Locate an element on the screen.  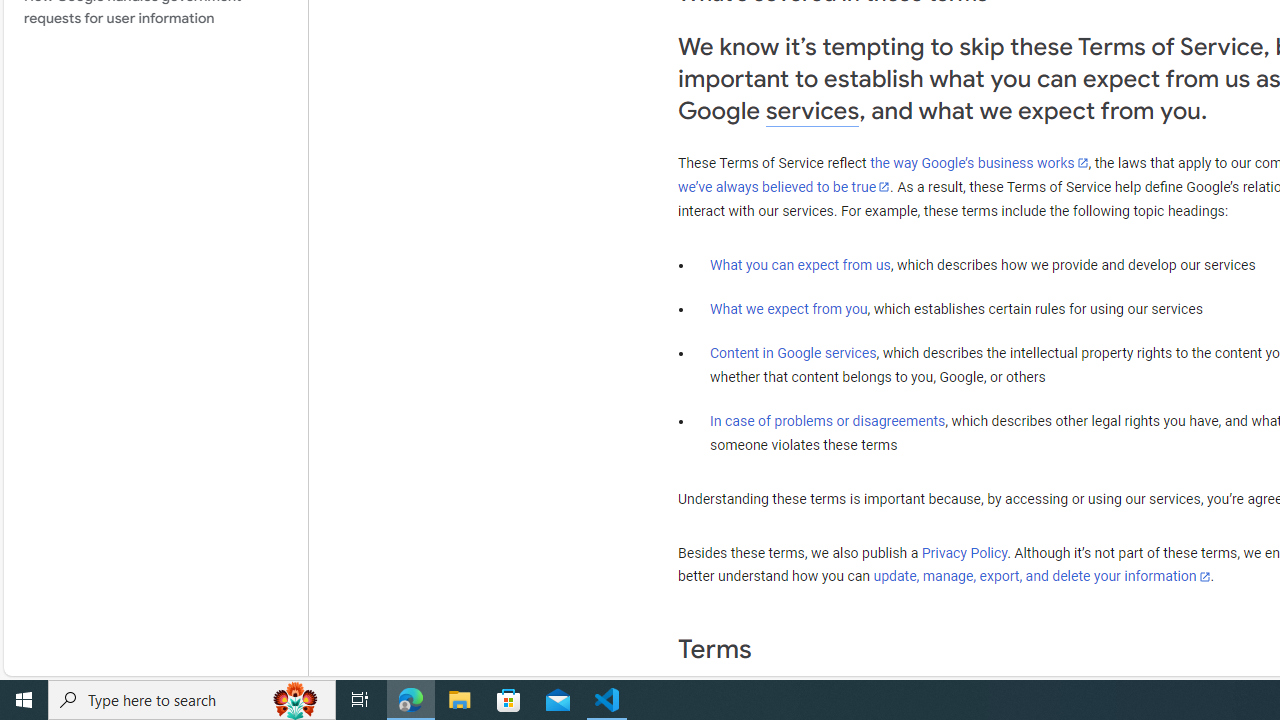
'What you can expect from us' is located at coordinates (800, 264).